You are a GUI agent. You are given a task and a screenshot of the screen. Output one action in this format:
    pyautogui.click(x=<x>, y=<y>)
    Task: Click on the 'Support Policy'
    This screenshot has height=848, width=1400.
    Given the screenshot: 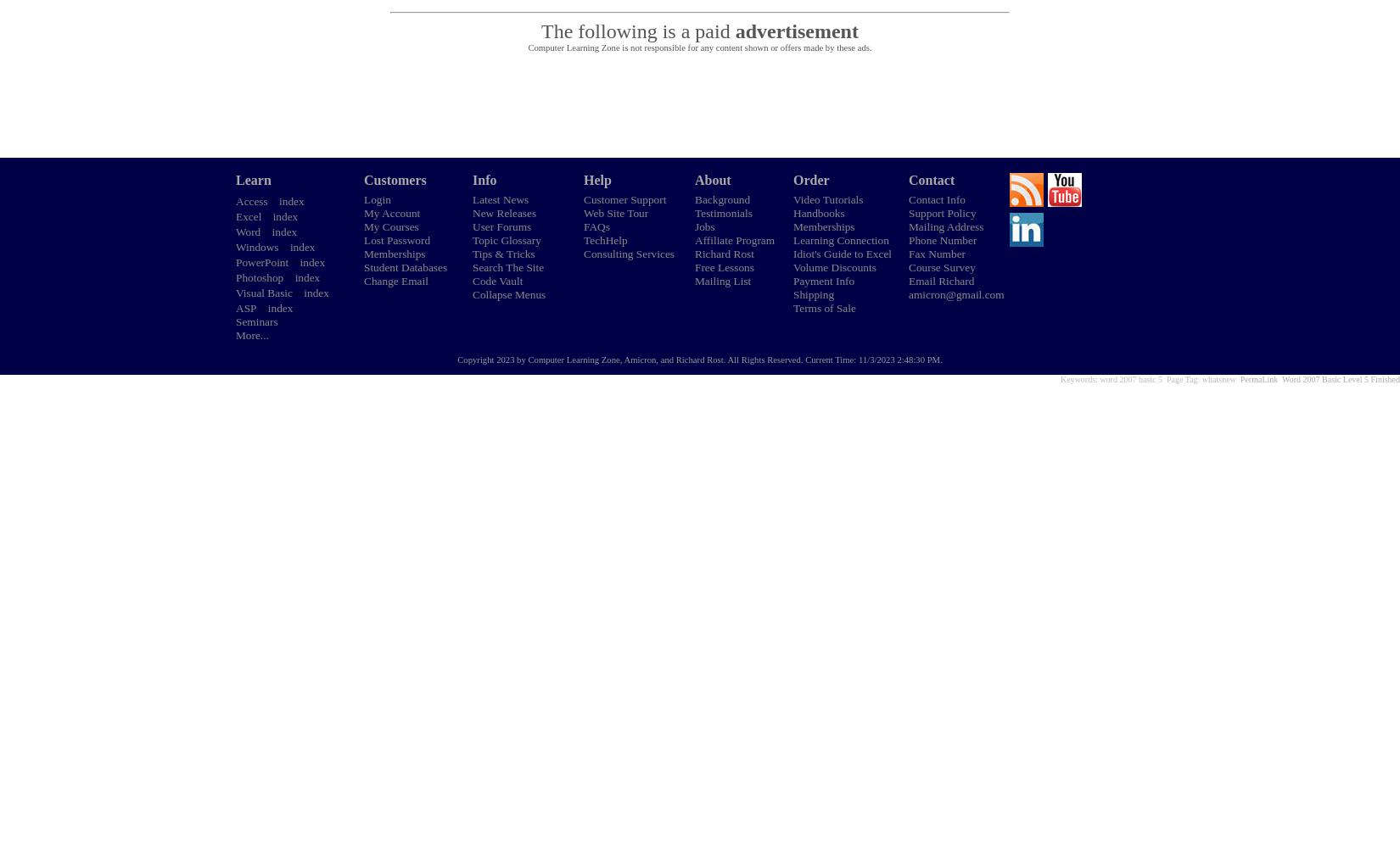 What is the action you would take?
    pyautogui.click(x=942, y=213)
    